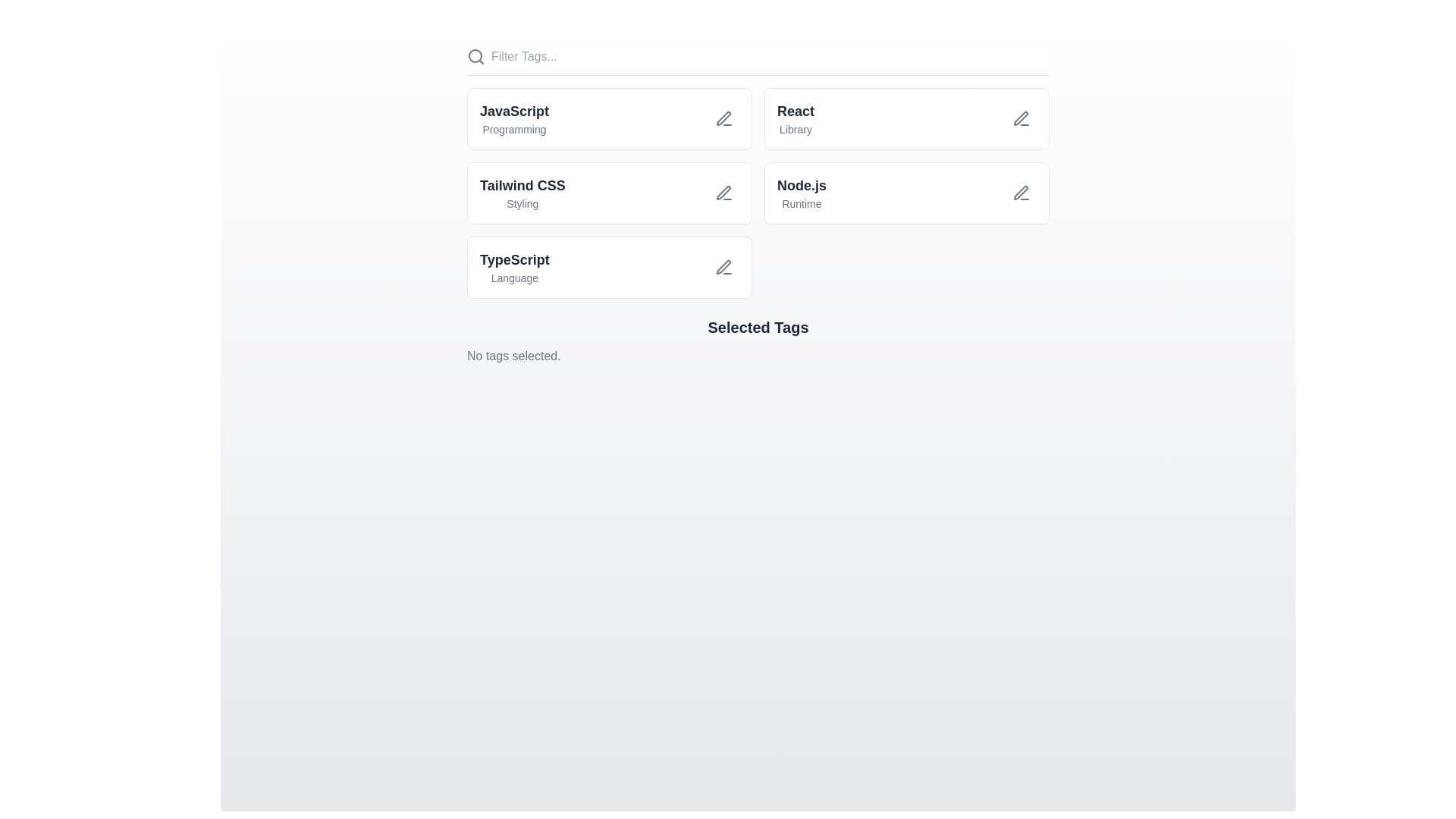 Image resolution: width=1456 pixels, height=819 pixels. Describe the element at coordinates (514, 118) in the screenshot. I see `descriptive text content from the static text block that identifies the programming language as 'JavaScript' and categorizes it under 'Programming'` at that location.